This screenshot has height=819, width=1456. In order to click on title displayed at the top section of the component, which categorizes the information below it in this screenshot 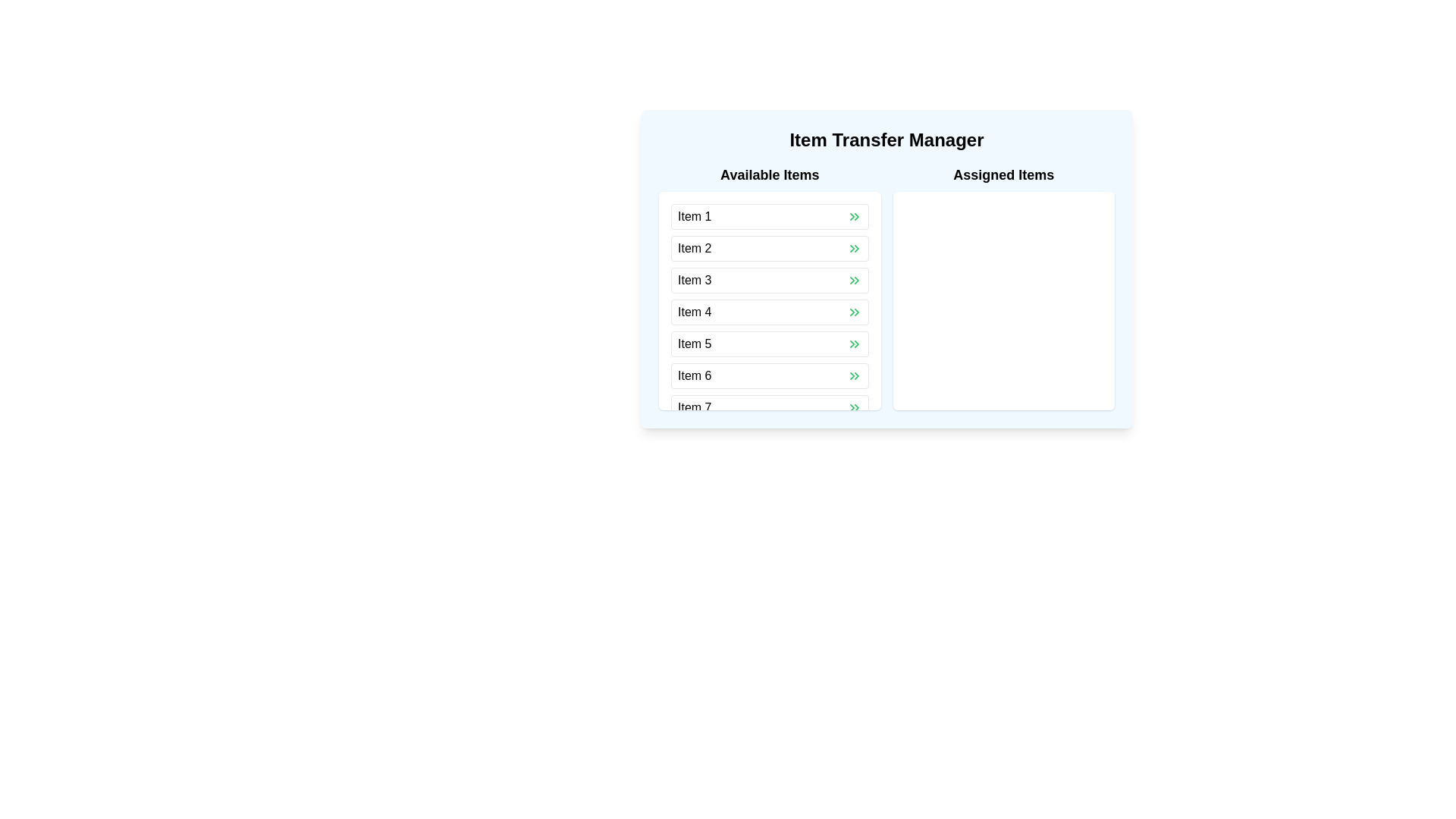, I will do `click(886, 140)`.